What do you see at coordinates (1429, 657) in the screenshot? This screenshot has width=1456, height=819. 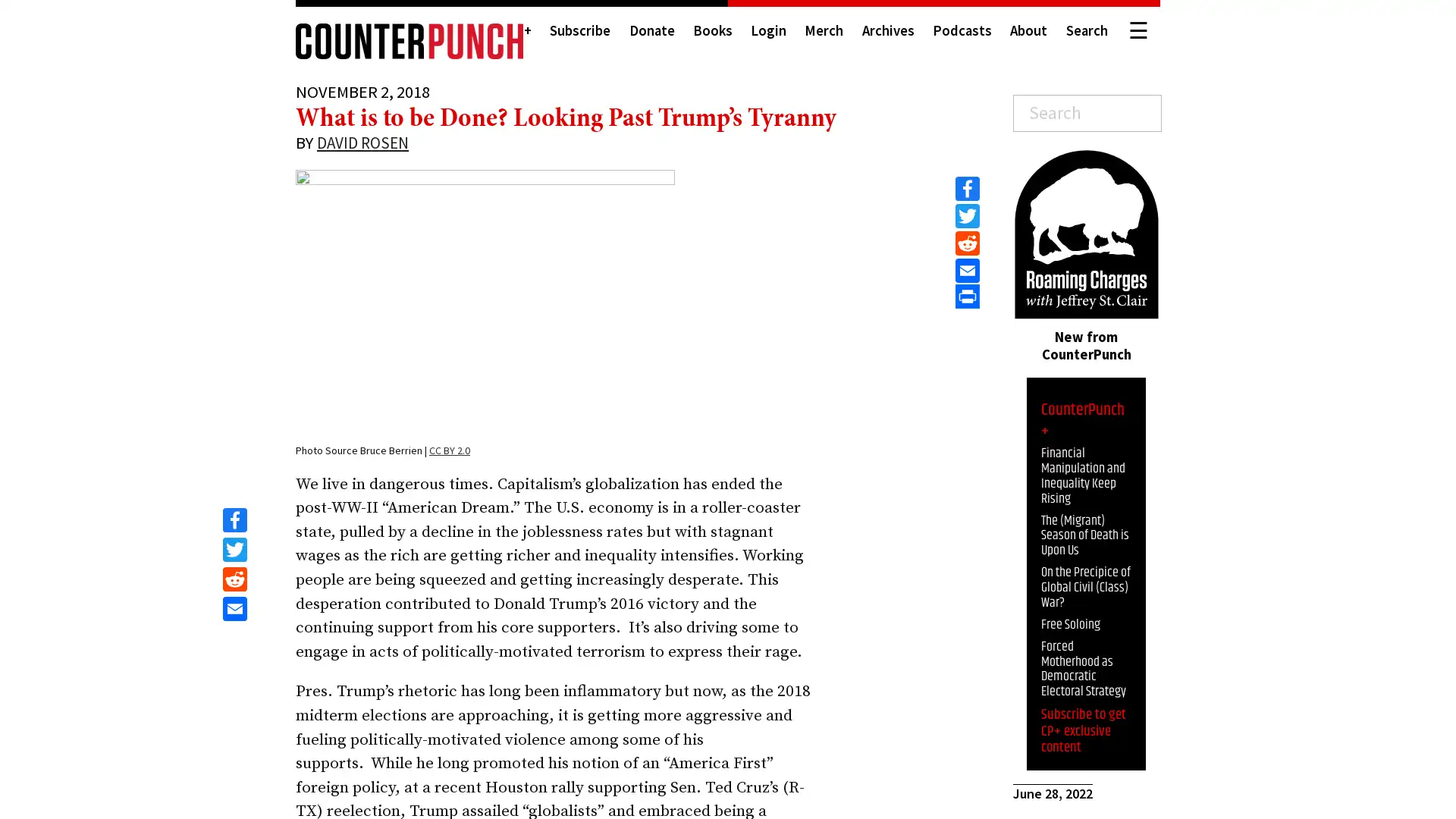 I see `Close` at bounding box center [1429, 657].